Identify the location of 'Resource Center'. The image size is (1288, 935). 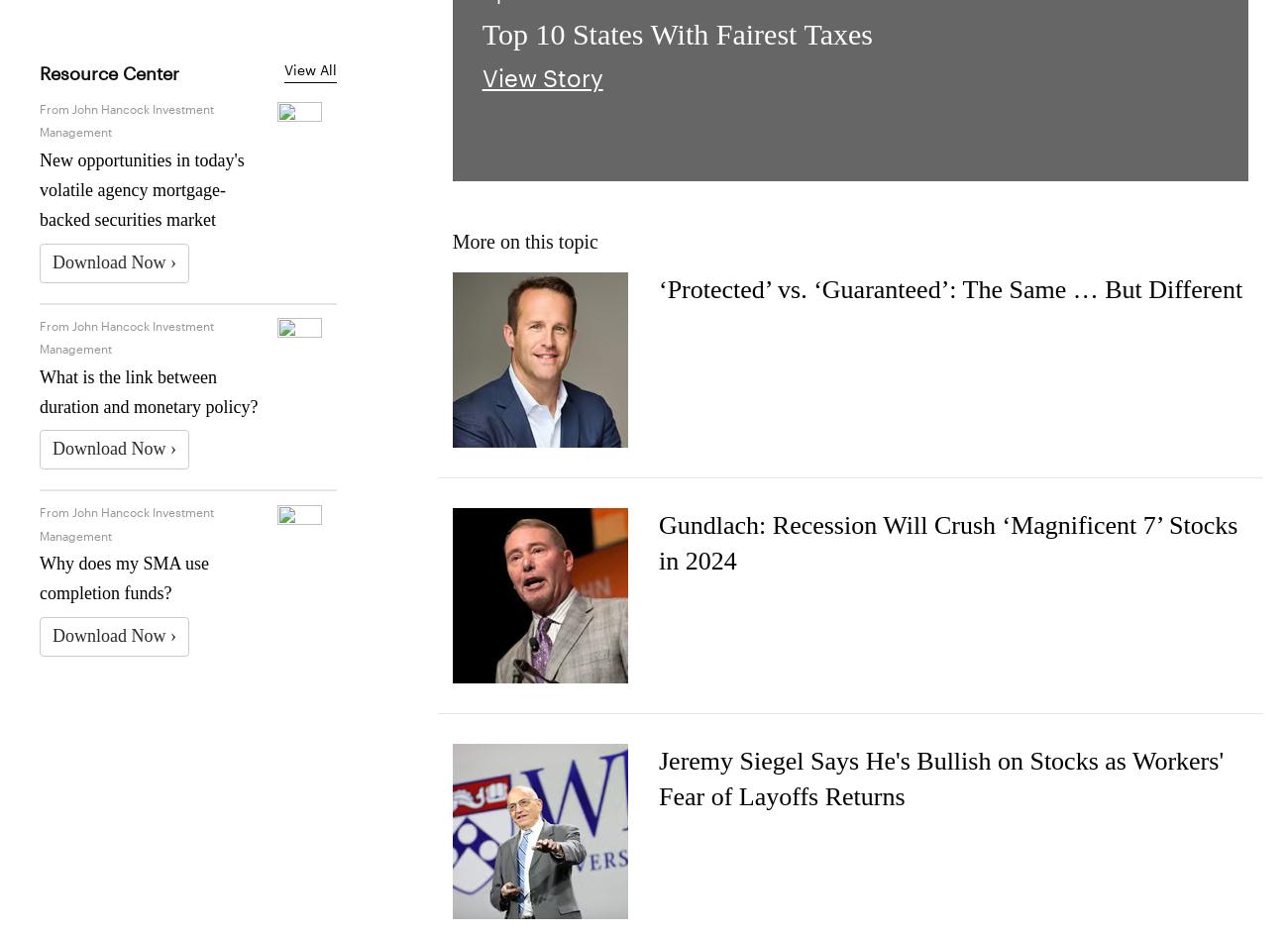
(108, 70).